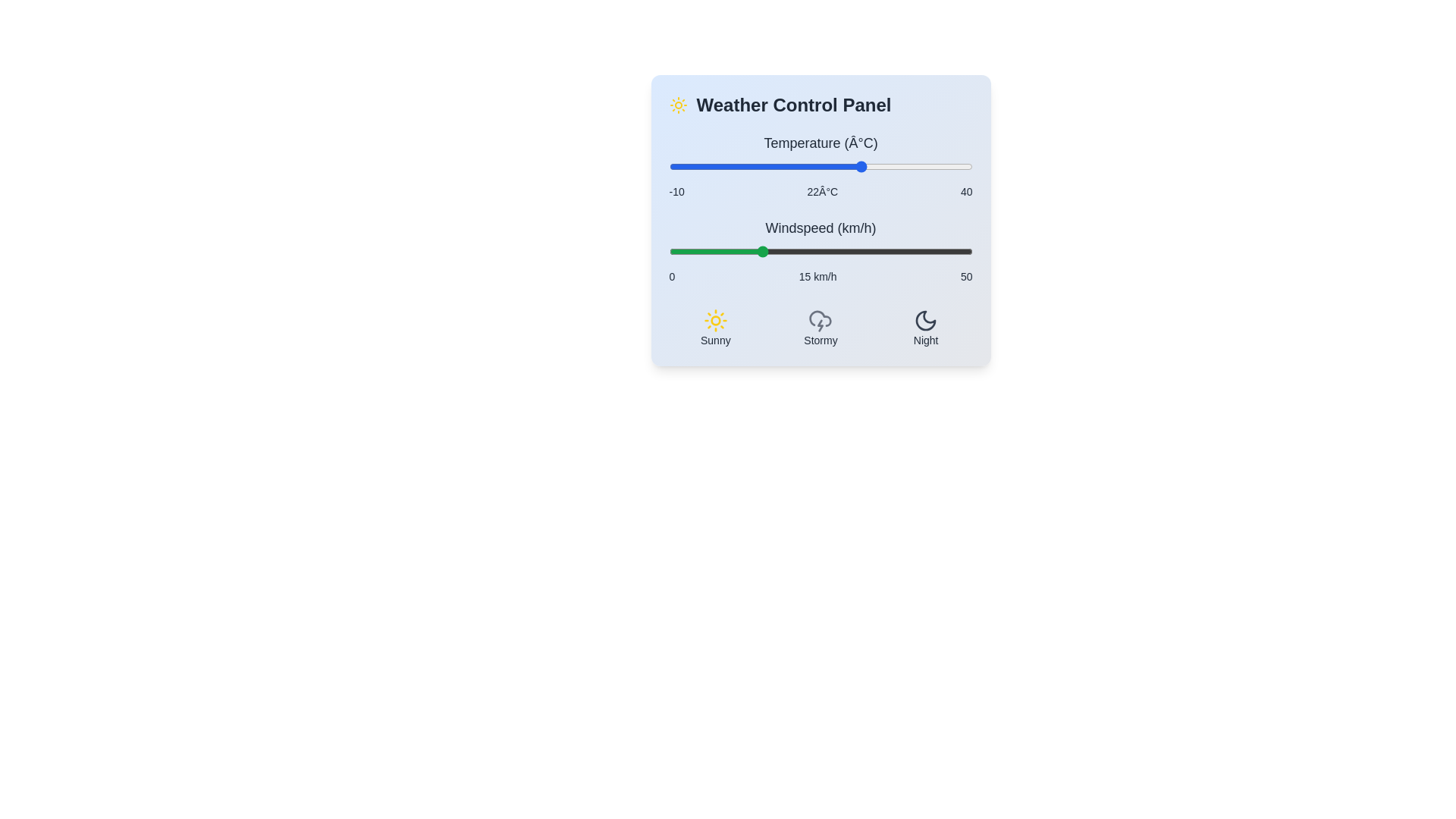 This screenshot has height=819, width=1456. I want to click on the temperature, so click(929, 166).